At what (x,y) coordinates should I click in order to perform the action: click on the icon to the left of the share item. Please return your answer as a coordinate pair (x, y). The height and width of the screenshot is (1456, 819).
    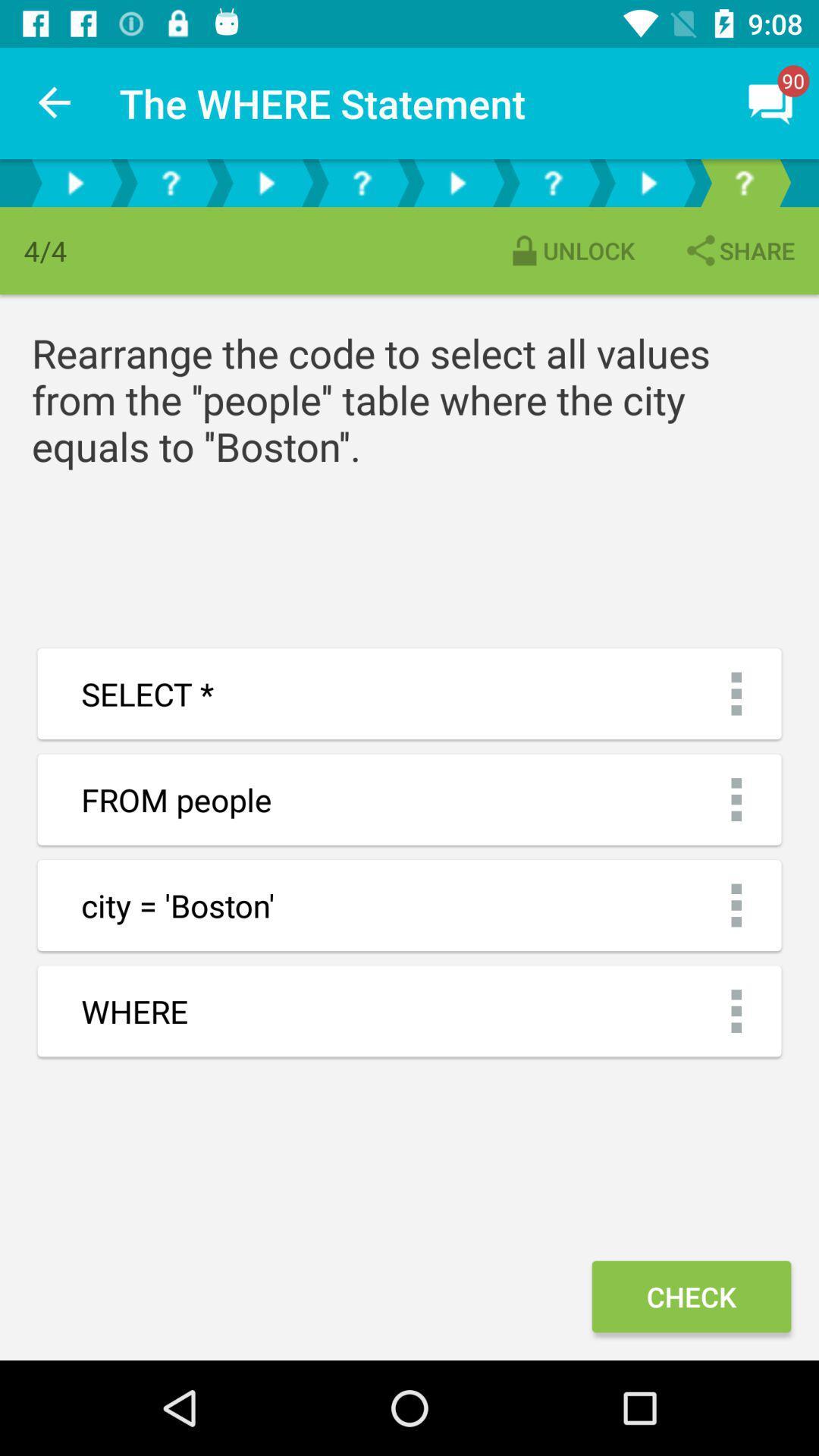
    Looking at the image, I should click on (570, 250).